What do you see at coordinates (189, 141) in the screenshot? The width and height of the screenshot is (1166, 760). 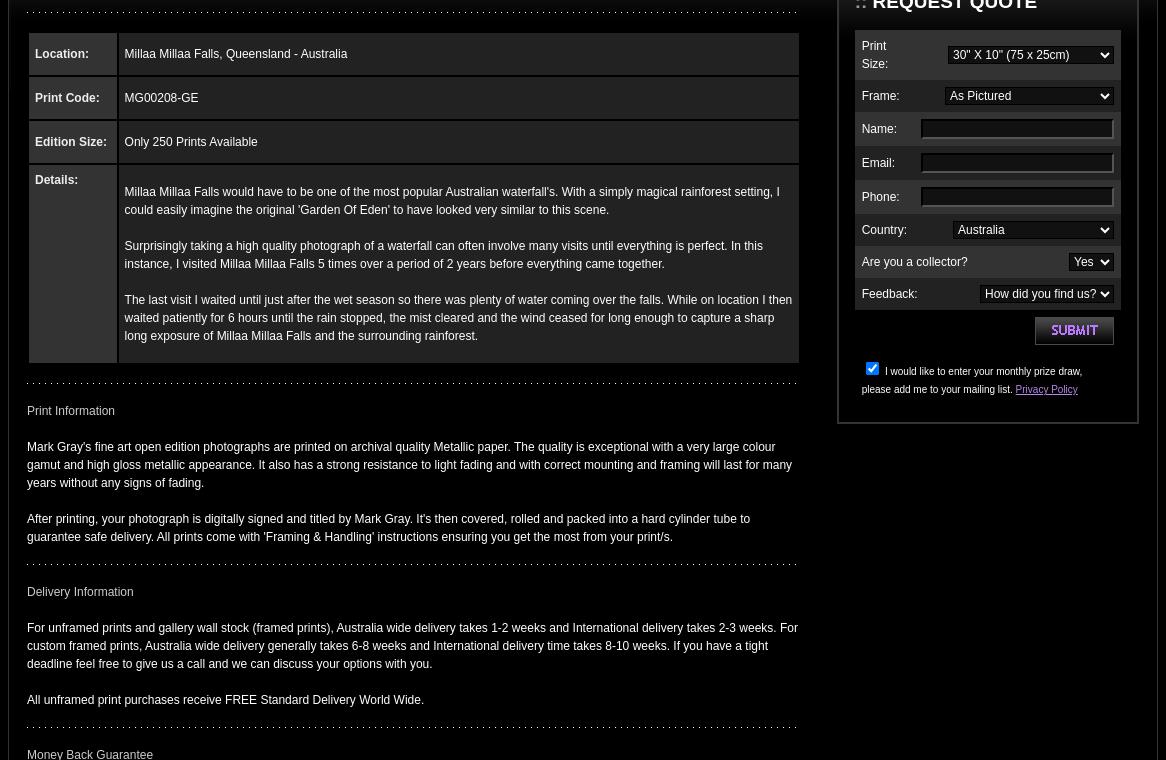 I see `'Only 250 Prints Available'` at bounding box center [189, 141].